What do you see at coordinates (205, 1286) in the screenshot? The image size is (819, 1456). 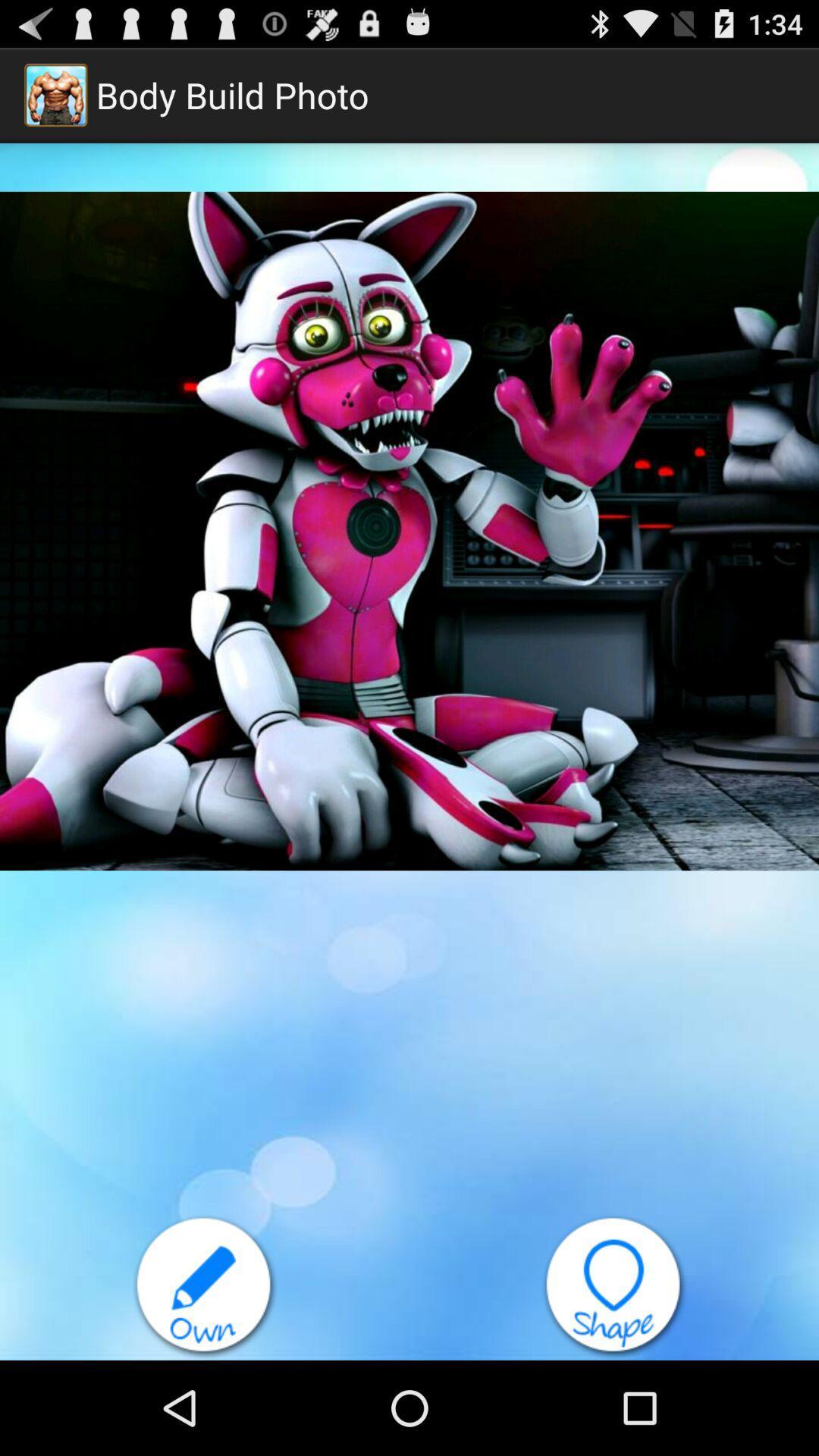 I see `item at the bottom left corner` at bounding box center [205, 1286].